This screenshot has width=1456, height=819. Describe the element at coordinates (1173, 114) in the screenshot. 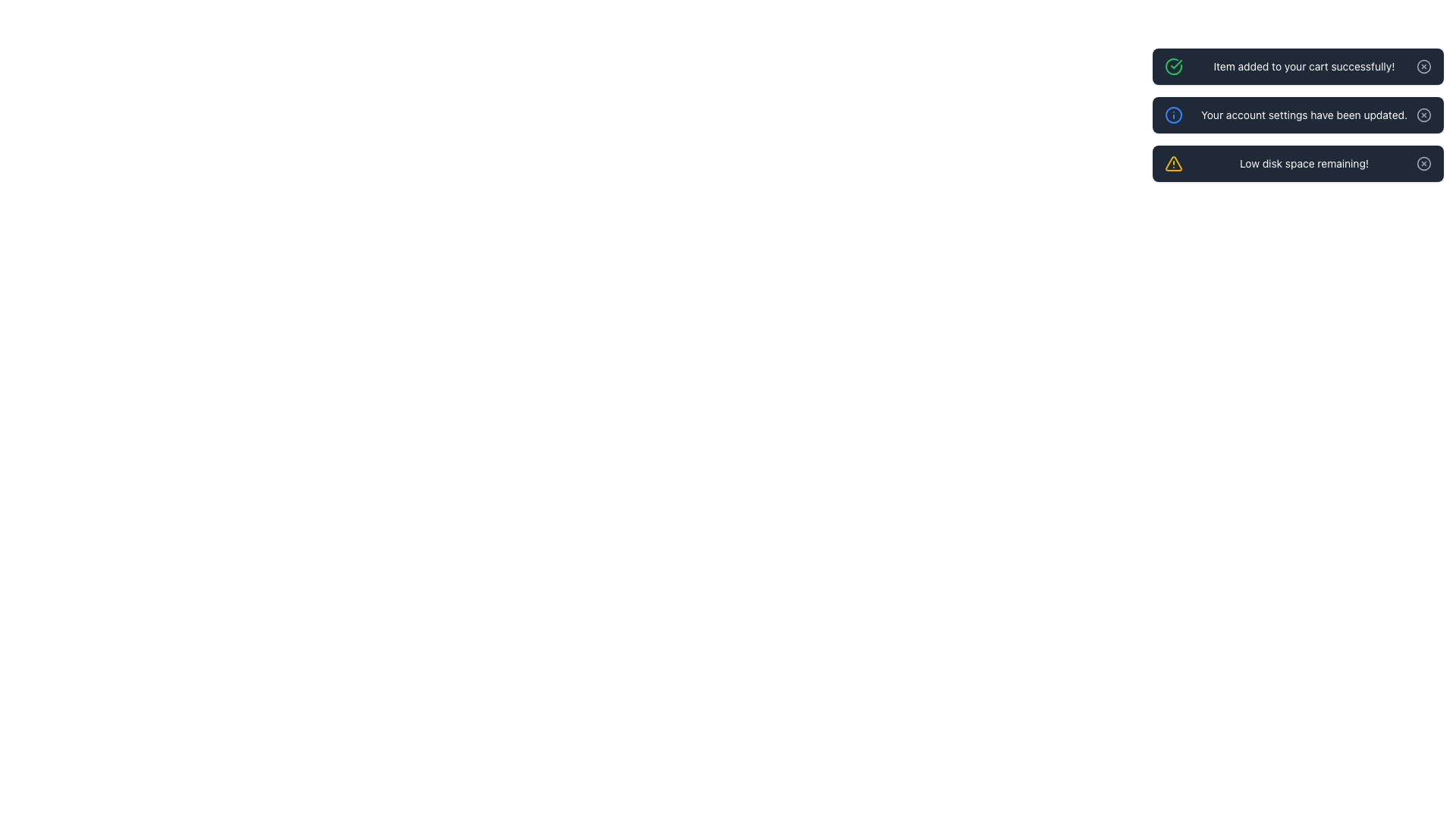

I see `the circular graphical icon within the second notification message stating 'Your account settings have been updated.'` at that location.